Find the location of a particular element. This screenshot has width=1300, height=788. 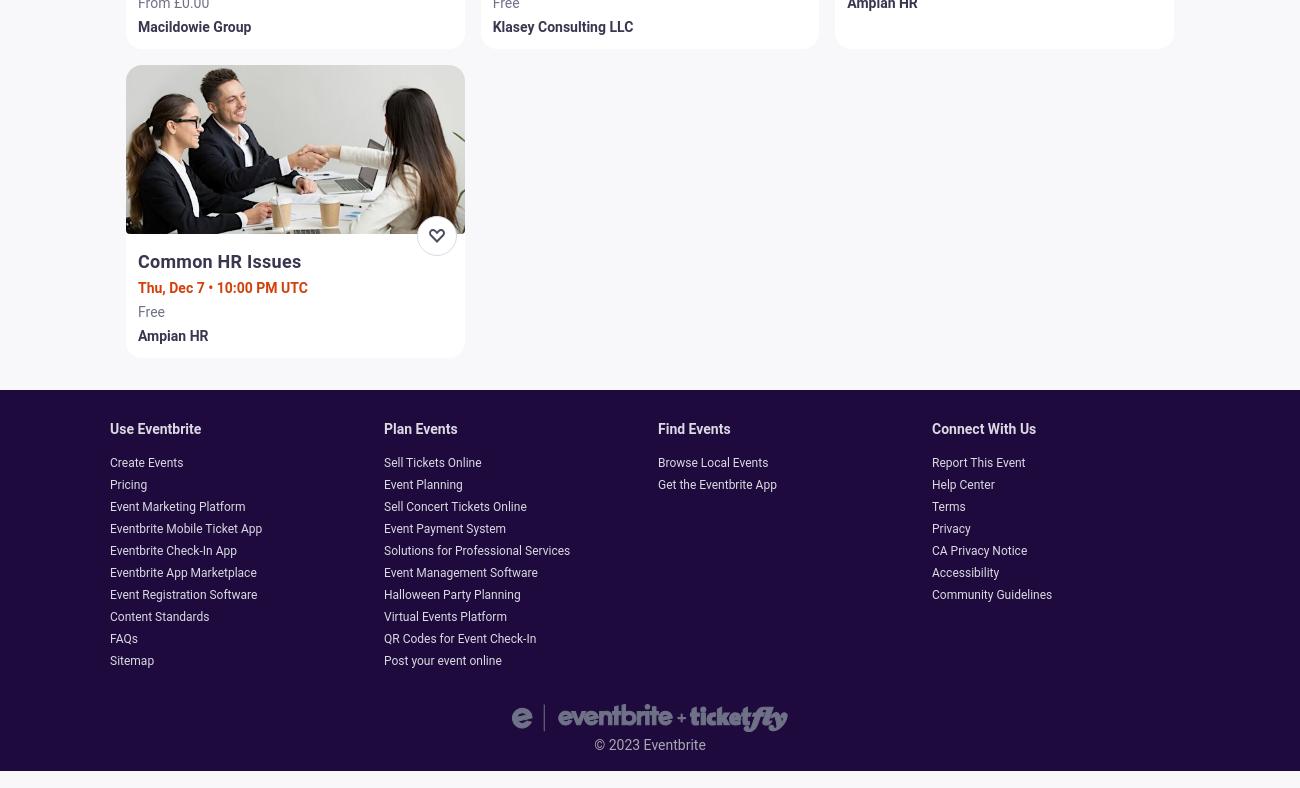

'Event Marketing Platform' is located at coordinates (108, 506).